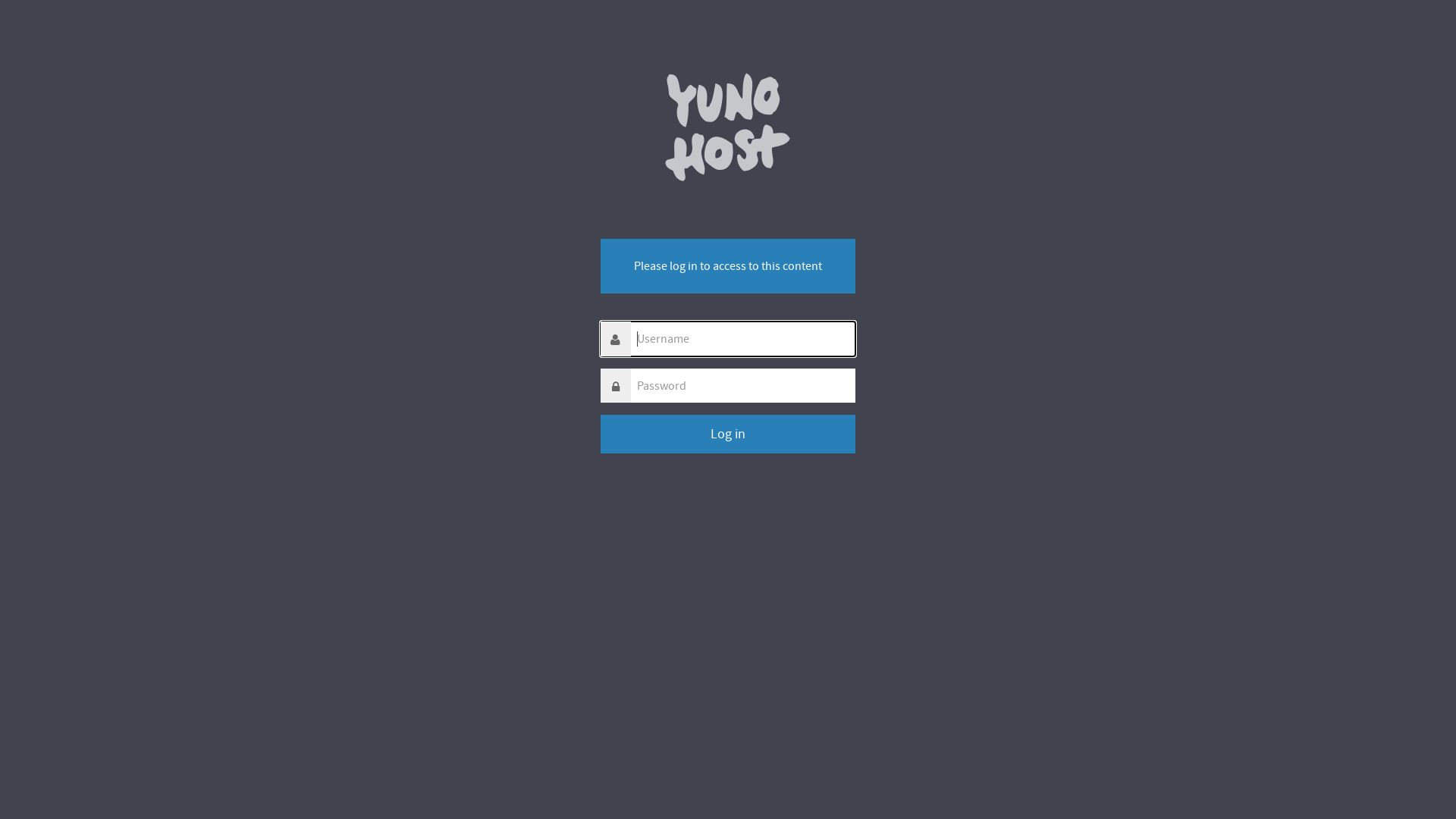 The width and height of the screenshot is (1456, 819). What do you see at coordinates (728, 434) in the screenshot?
I see `'Log in'` at bounding box center [728, 434].